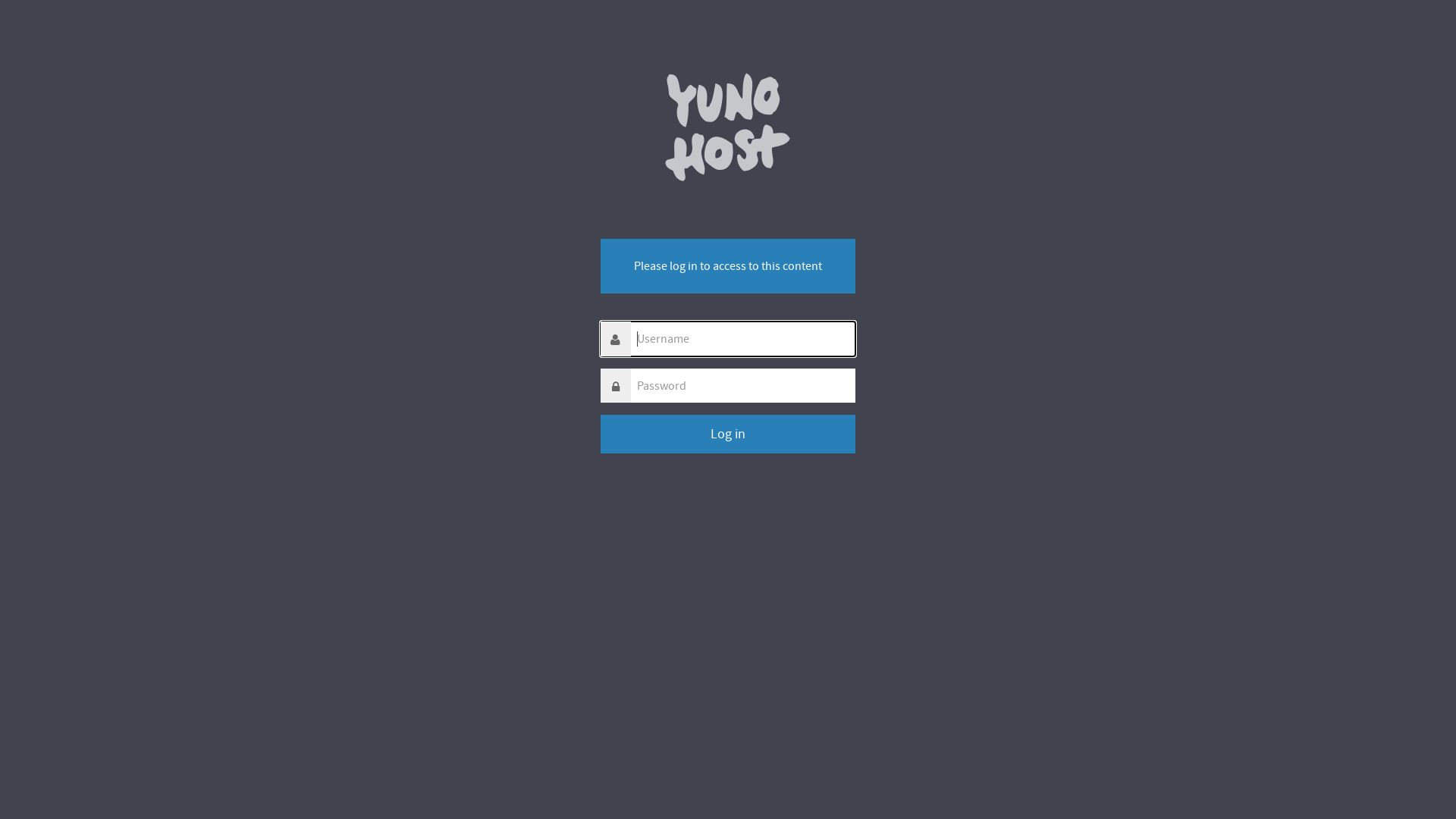 The width and height of the screenshot is (1456, 819). What do you see at coordinates (728, 434) in the screenshot?
I see `'Log in'` at bounding box center [728, 434].